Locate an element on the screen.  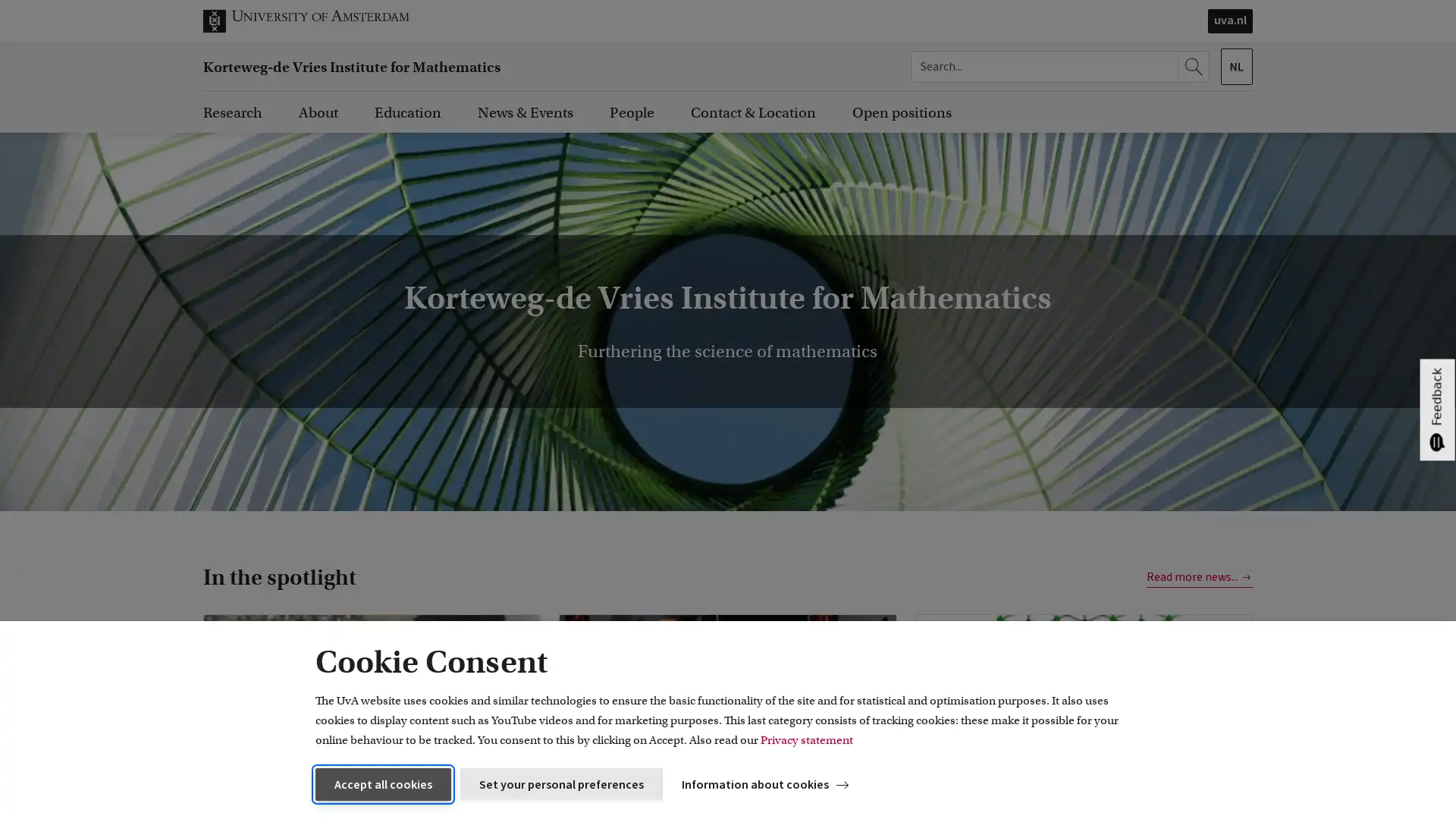
Feedback is located at coordinates (1436, 409).